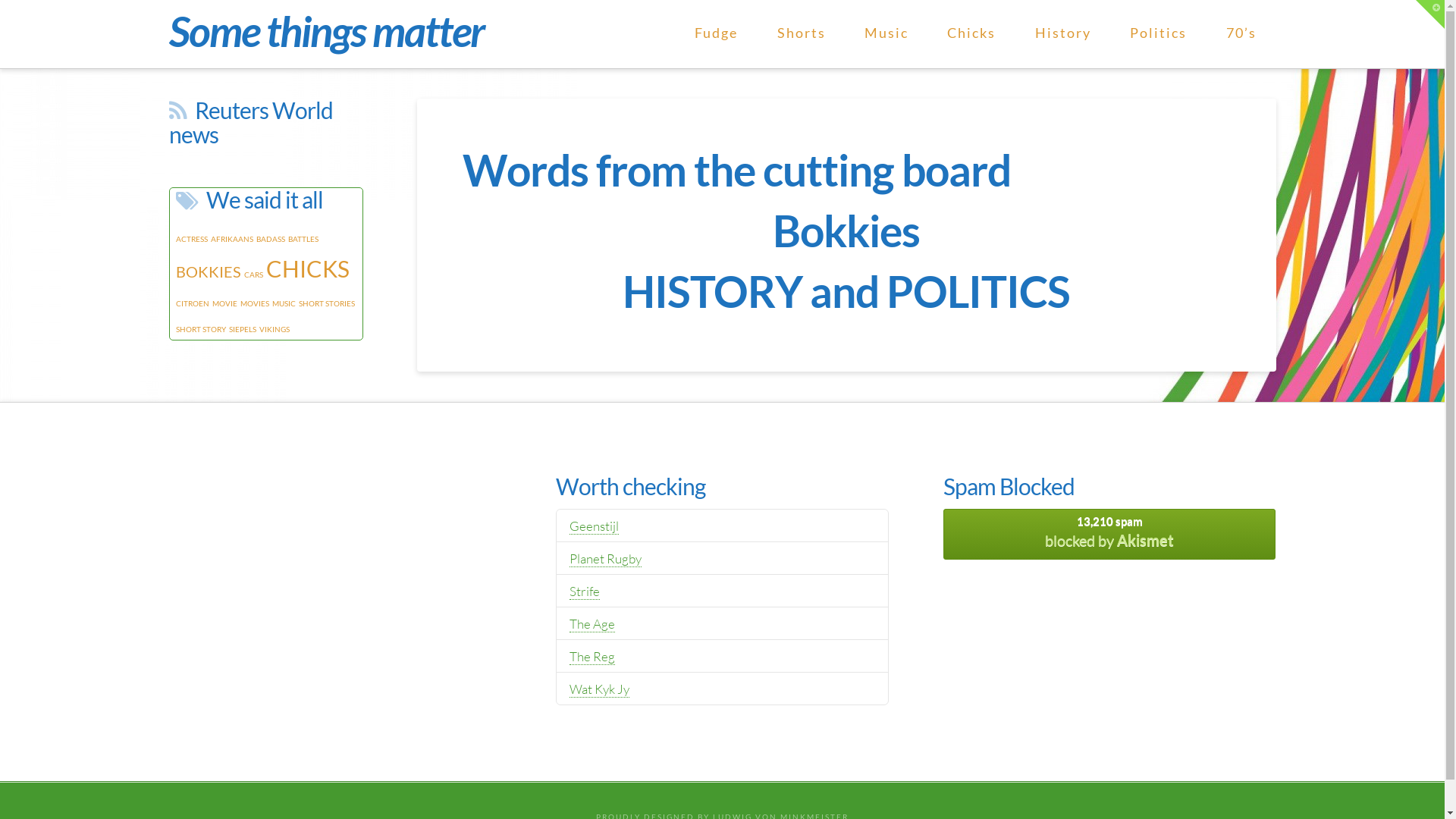 The width and height of the screenshot is (1456, 819). What do you see at coordinates (604, 558) in the screenshot?
I see `'Planet Rugby'` at bounding box center [604, 558].